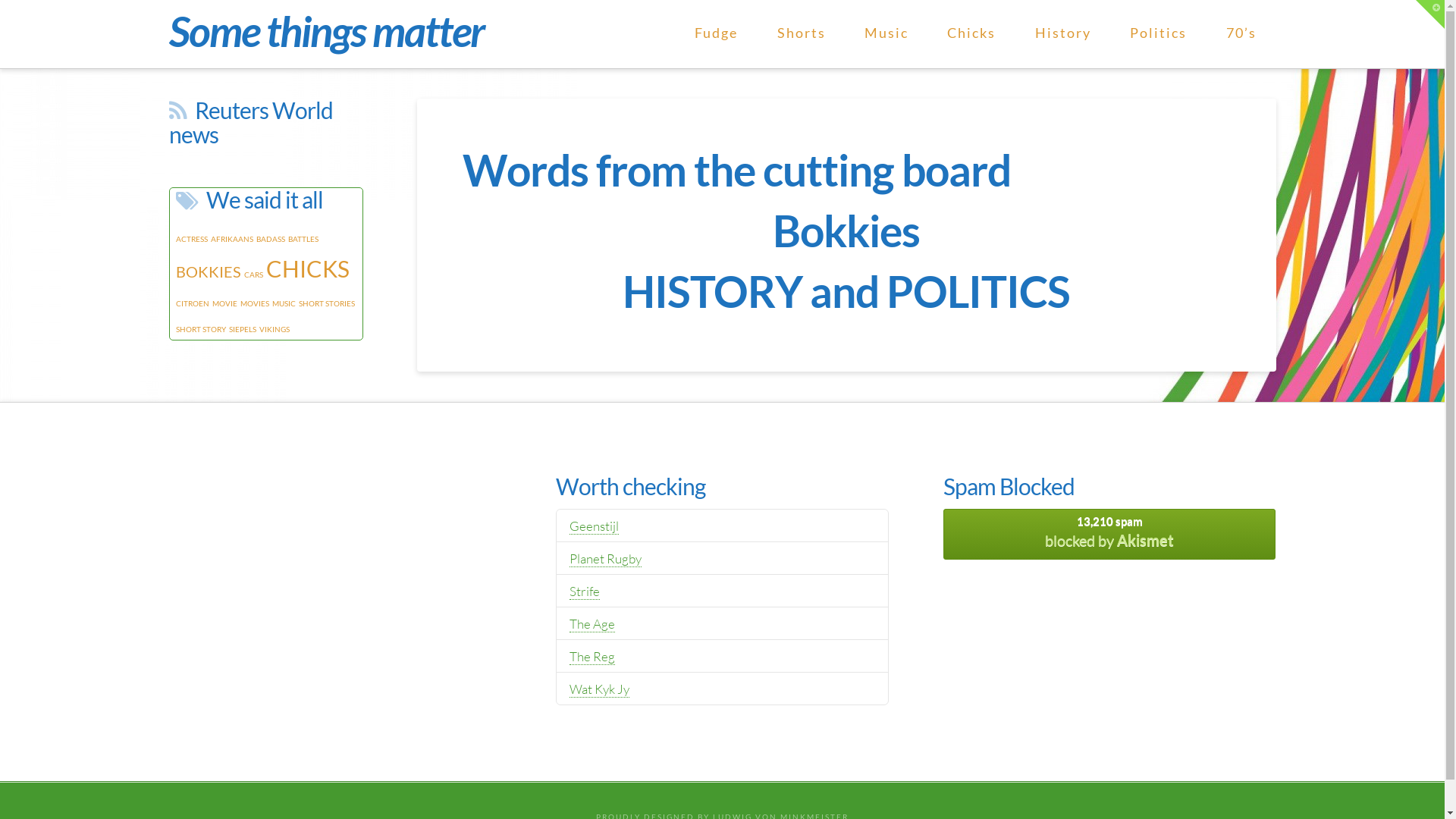 The width and height of the screenshot is (1456, 819). What do you see at coordinates (604, 558) in the screenshot?
I see `'Planet Rugby'` at bounding box center [604, 558].